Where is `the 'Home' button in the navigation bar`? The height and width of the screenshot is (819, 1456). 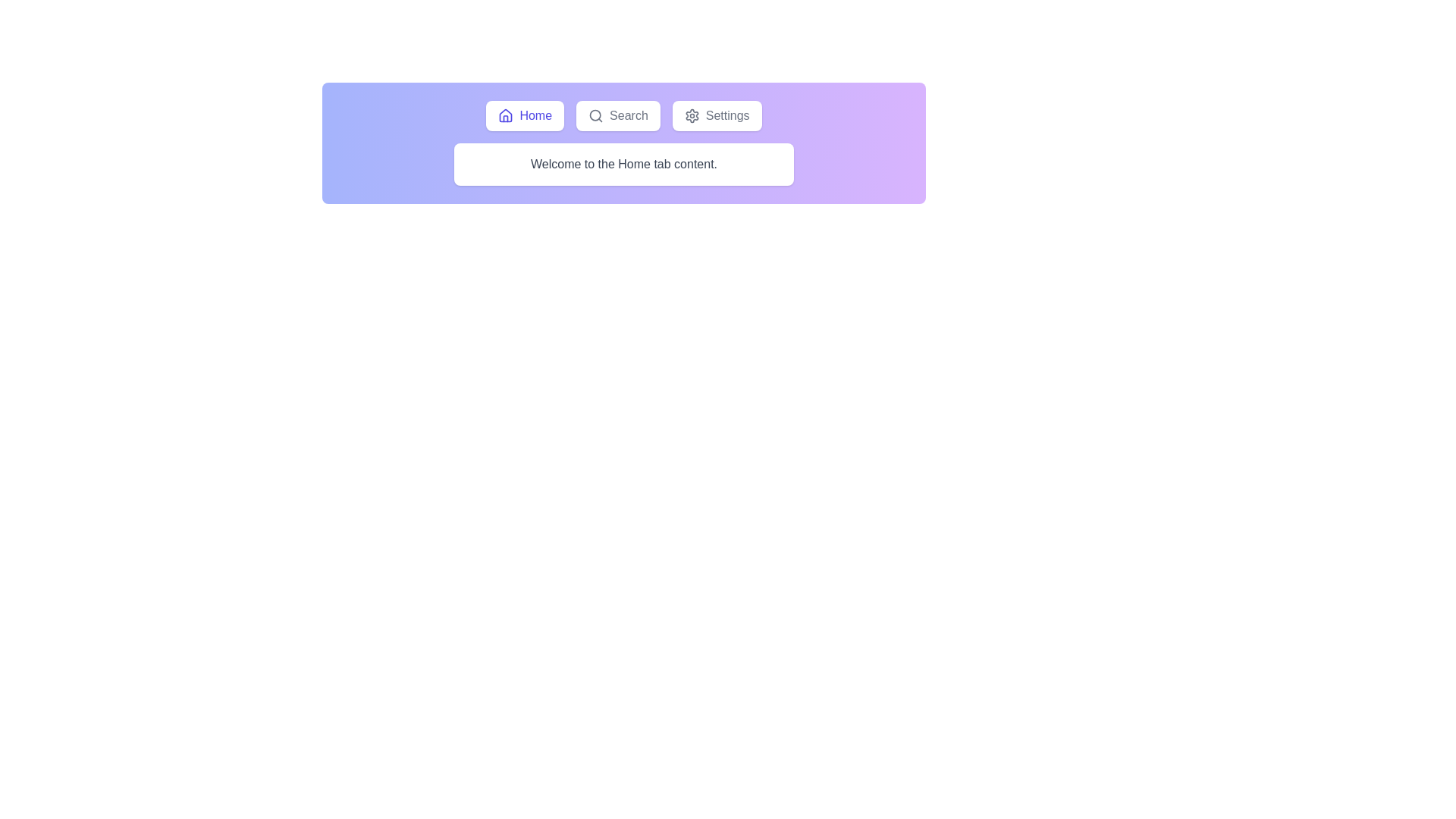
the 'Home' button in the navigation bar is located at coordinates (623, 115).